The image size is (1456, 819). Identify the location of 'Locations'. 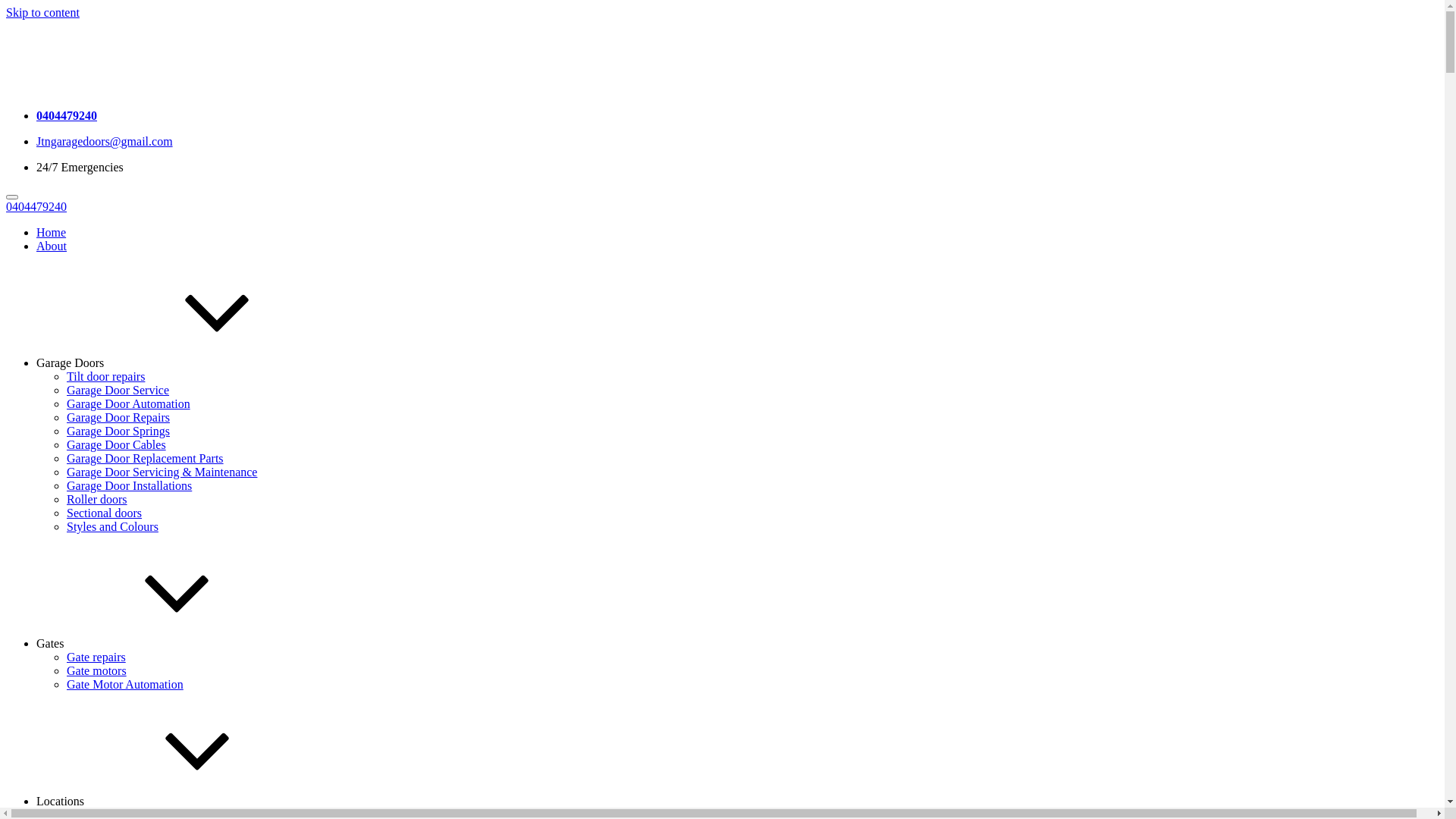
(36, 800).